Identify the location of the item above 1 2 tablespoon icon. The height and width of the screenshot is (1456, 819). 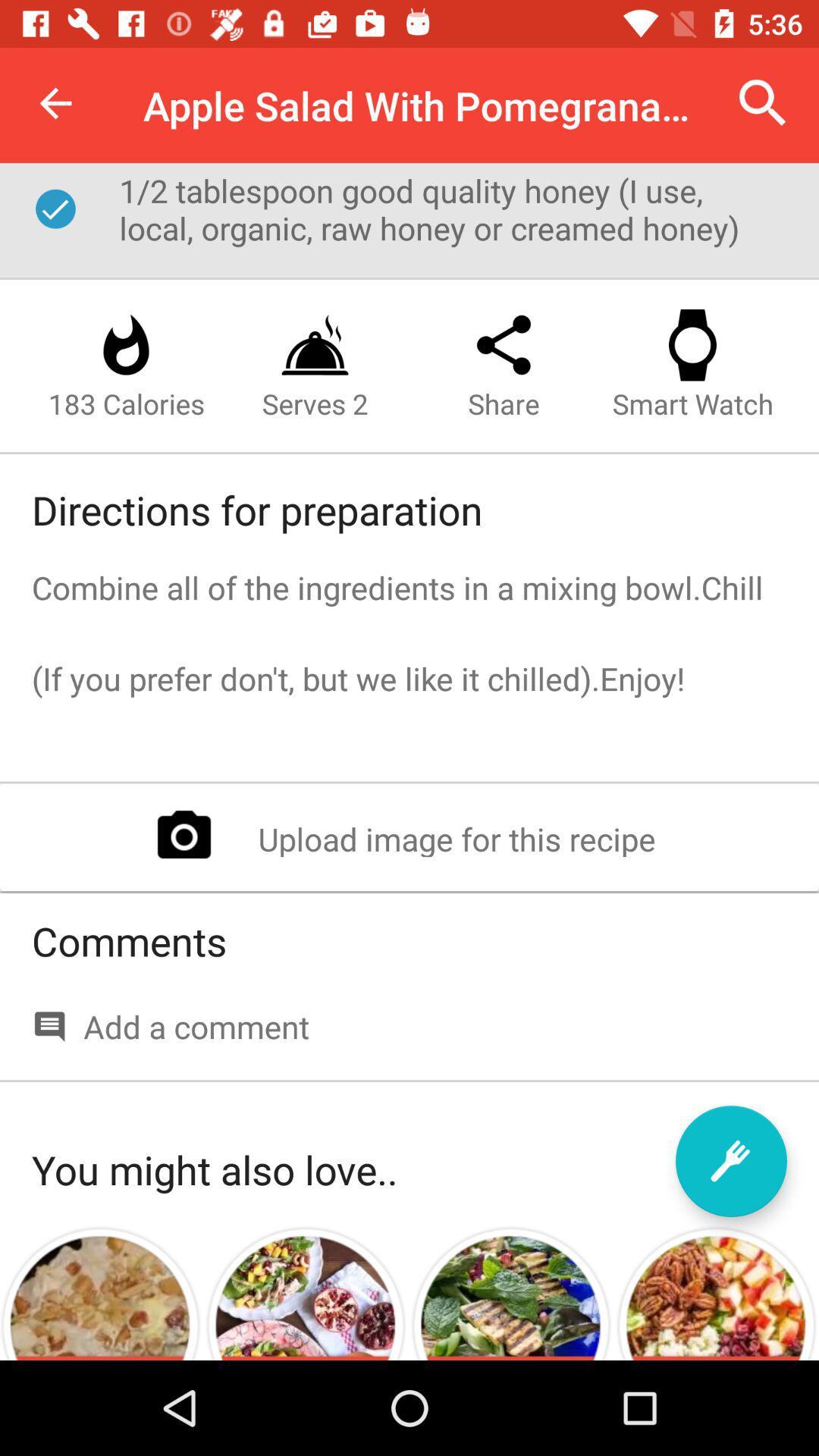
(55, 102).